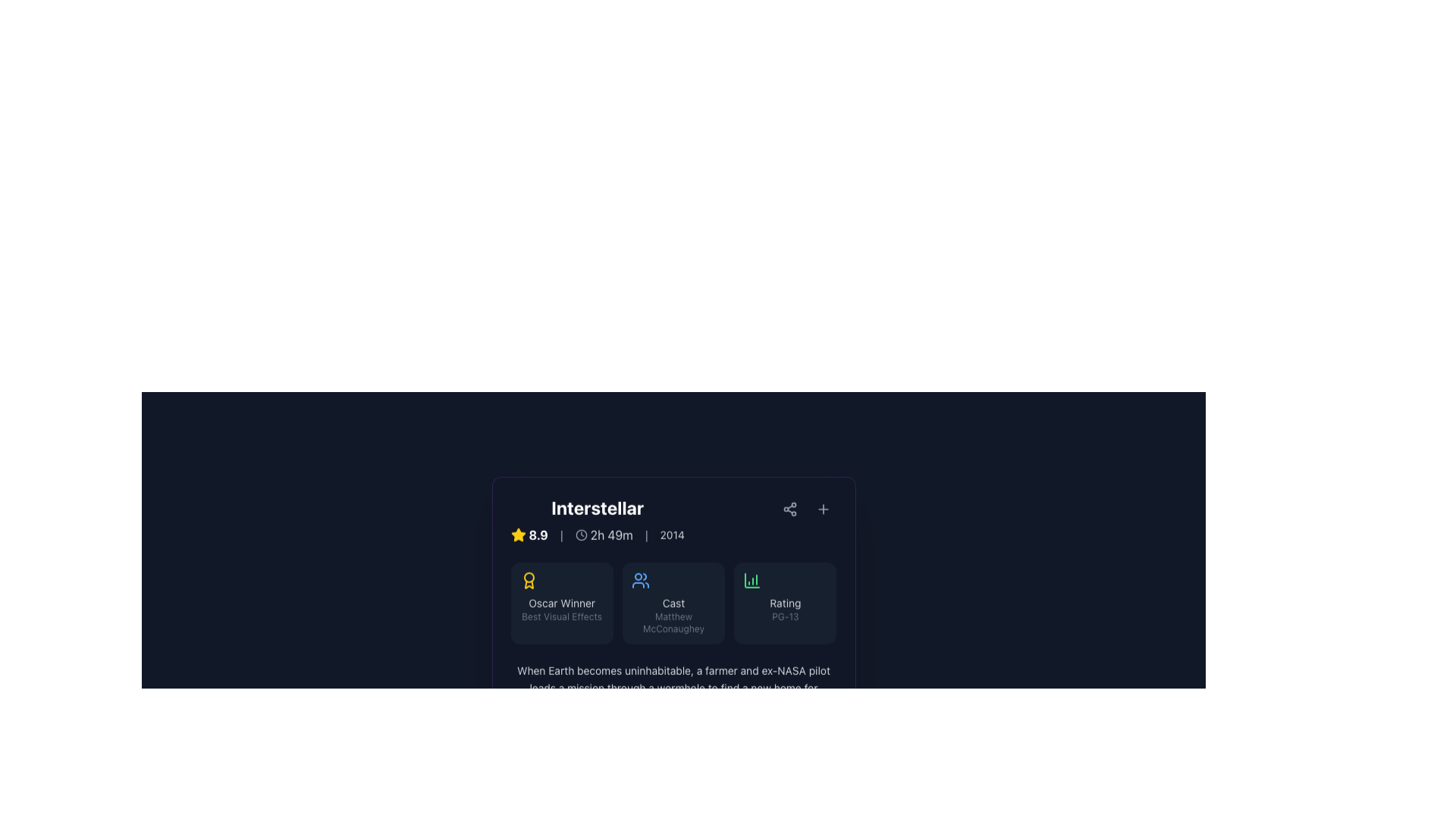 This screenshot has width=1456, height=819. What do you see at coordinates (611, 534) in the screenshot?
I see `information displayed in the text label showing '2h 49m', which is positioned below the movie title and aligned with other metadata elements` at bounding box center [611, 534].